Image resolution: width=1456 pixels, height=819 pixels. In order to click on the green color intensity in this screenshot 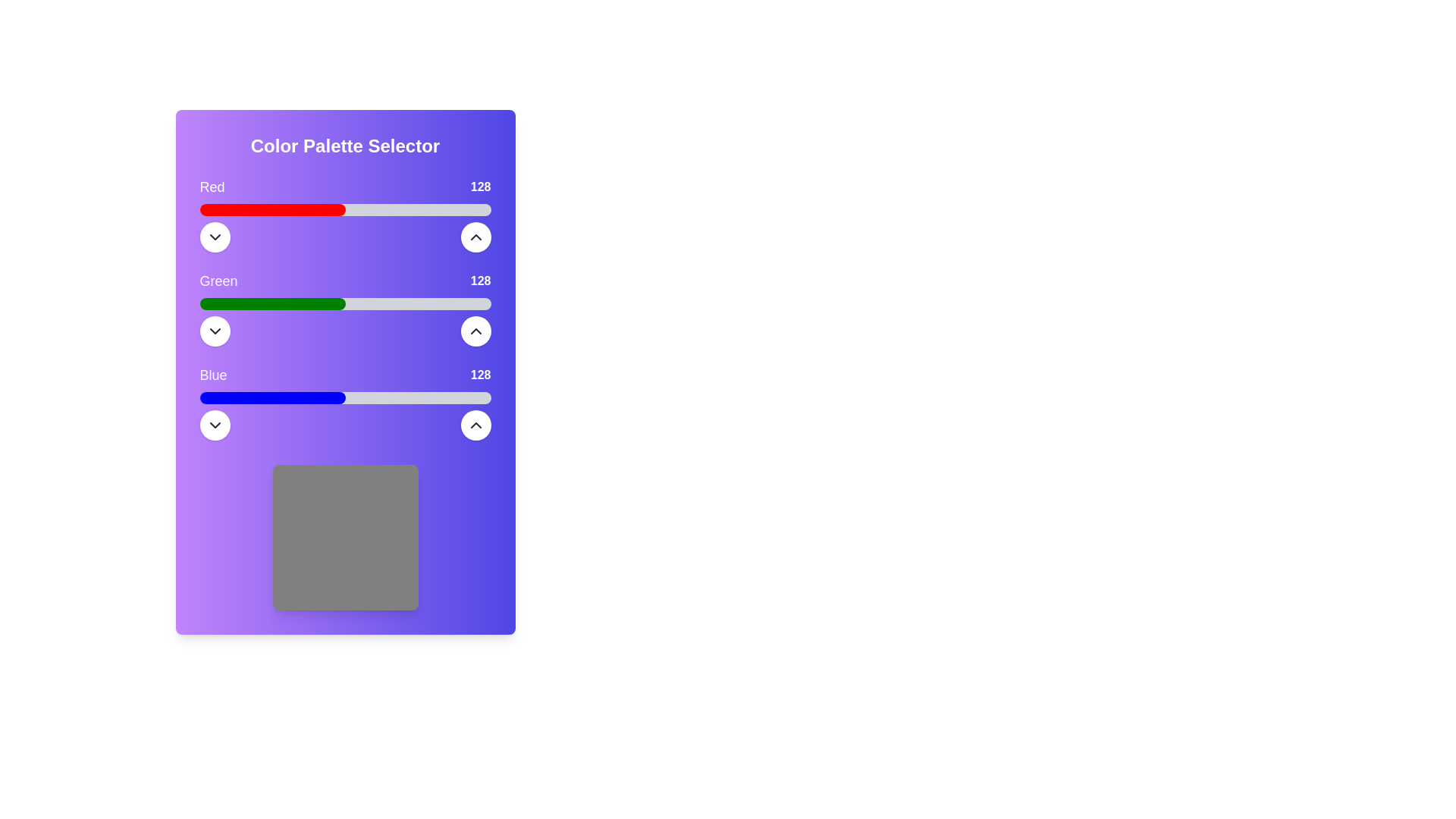, I will do `click(300, 304)`.